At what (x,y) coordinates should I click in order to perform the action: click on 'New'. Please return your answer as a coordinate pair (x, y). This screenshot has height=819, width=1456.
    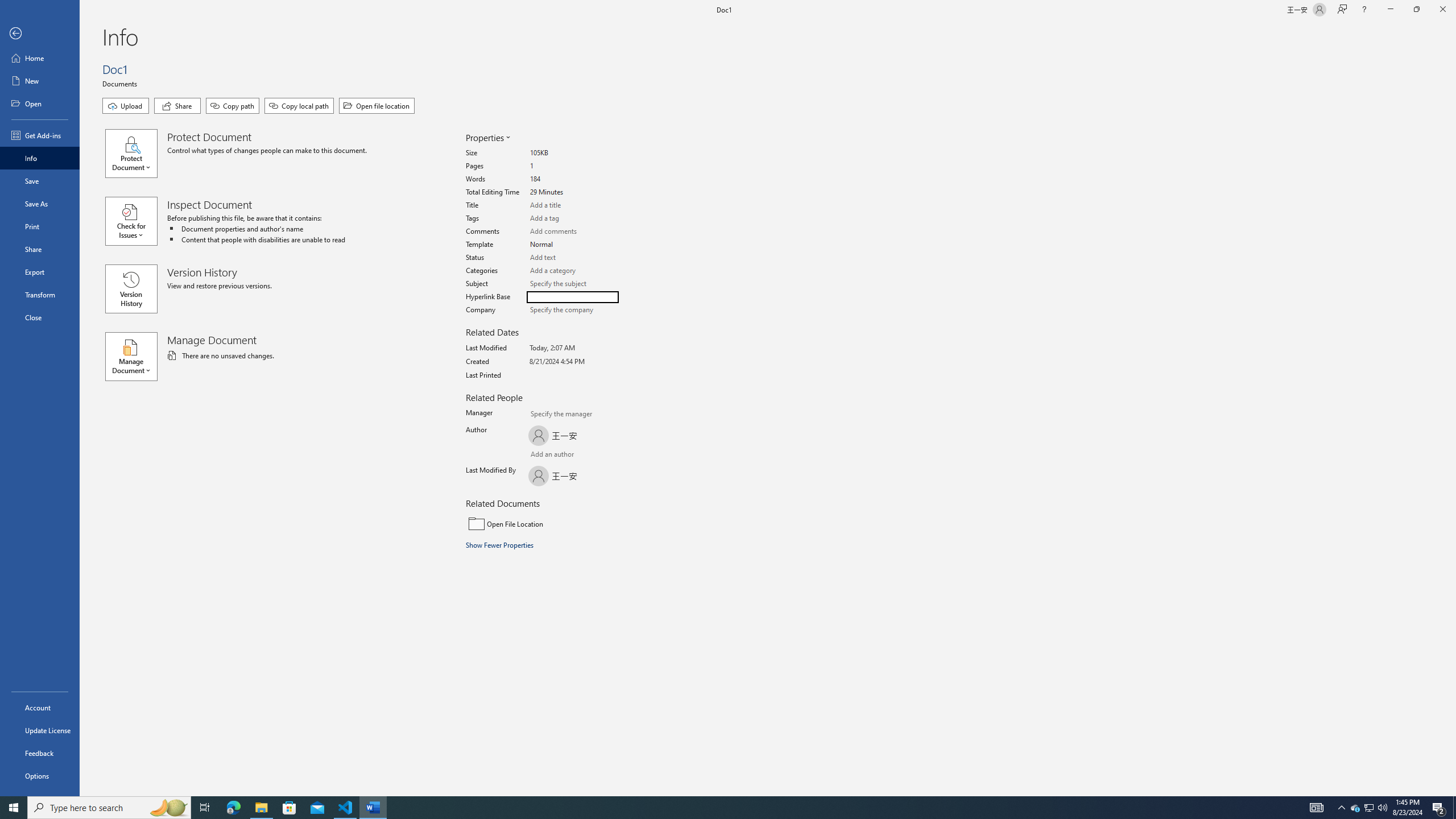
    Looking at the image, I should click on (39, 80).